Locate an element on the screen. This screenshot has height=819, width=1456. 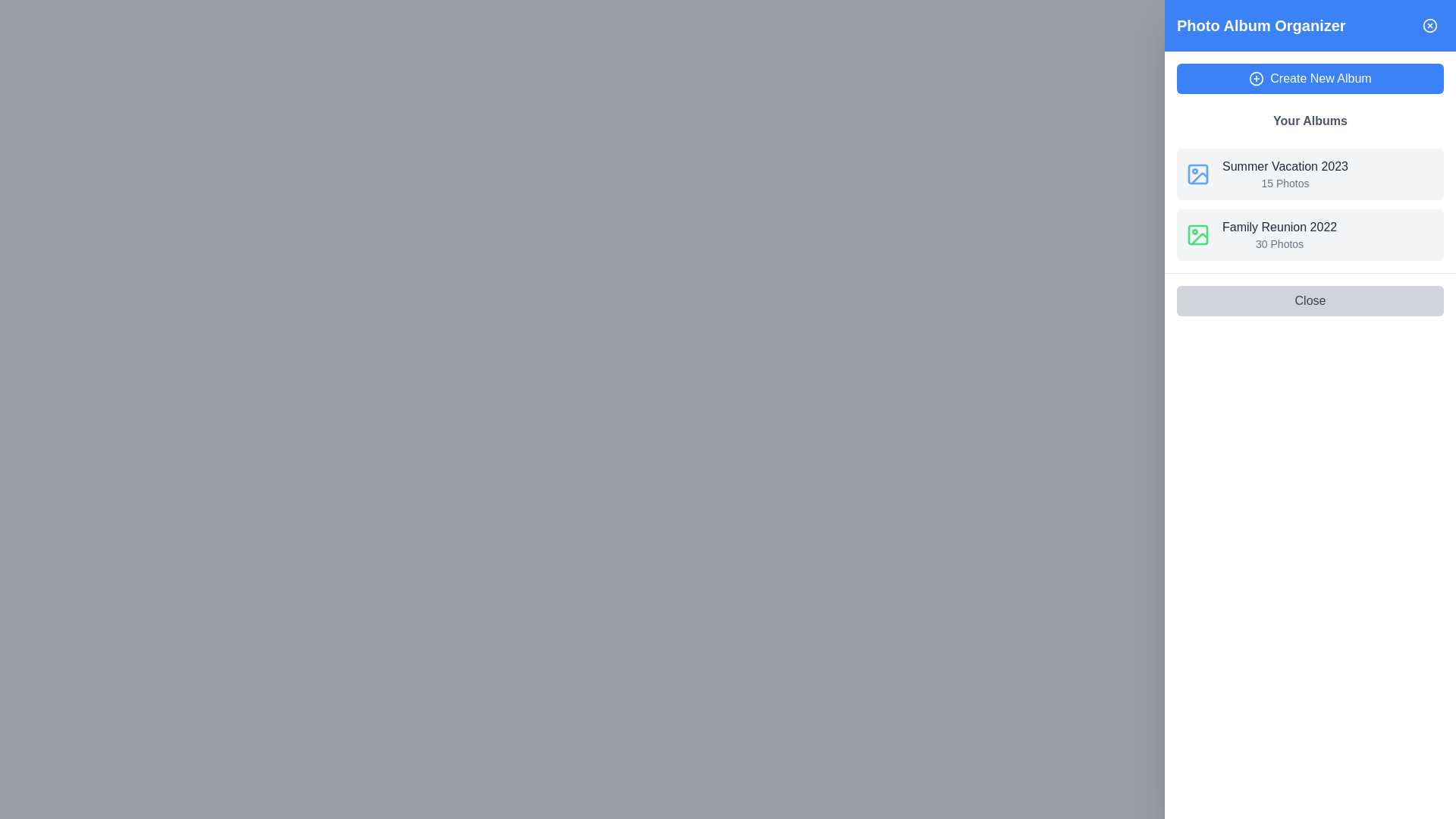
the label displaying 'Family Reunion 2022' located in the second card under the 'Your Albums' section in the right sidebar of the Photo Album Organizer interface is located at coordinates (1279, 227).